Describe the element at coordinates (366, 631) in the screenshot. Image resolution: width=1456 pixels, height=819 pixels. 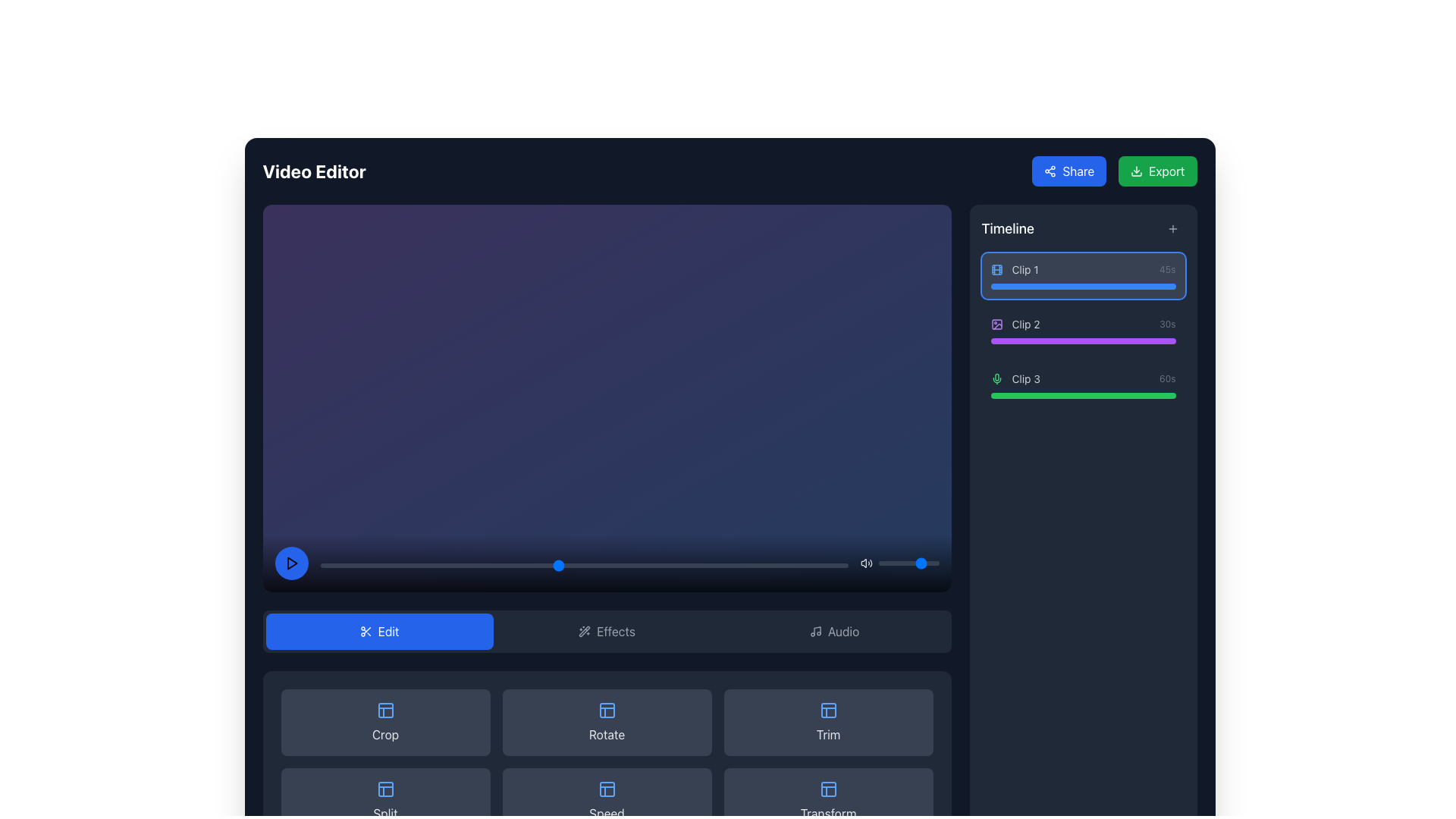
I see `the scissors icon located within the blue rectangular 'Edit' button positioned to the far-left in a horizontal row of buttons` at that location.